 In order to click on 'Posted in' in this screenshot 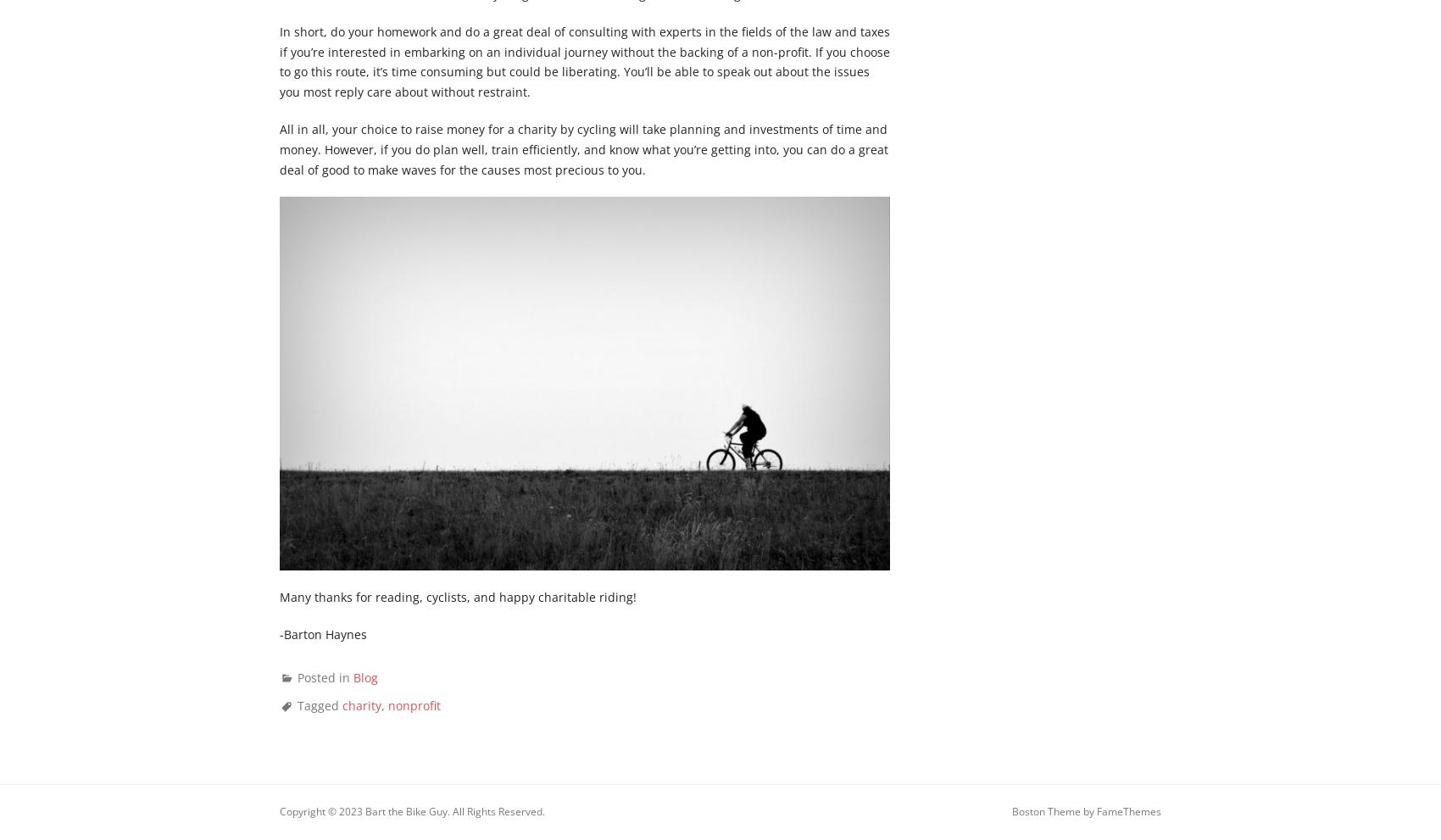, I will do `click(325, 676)`.